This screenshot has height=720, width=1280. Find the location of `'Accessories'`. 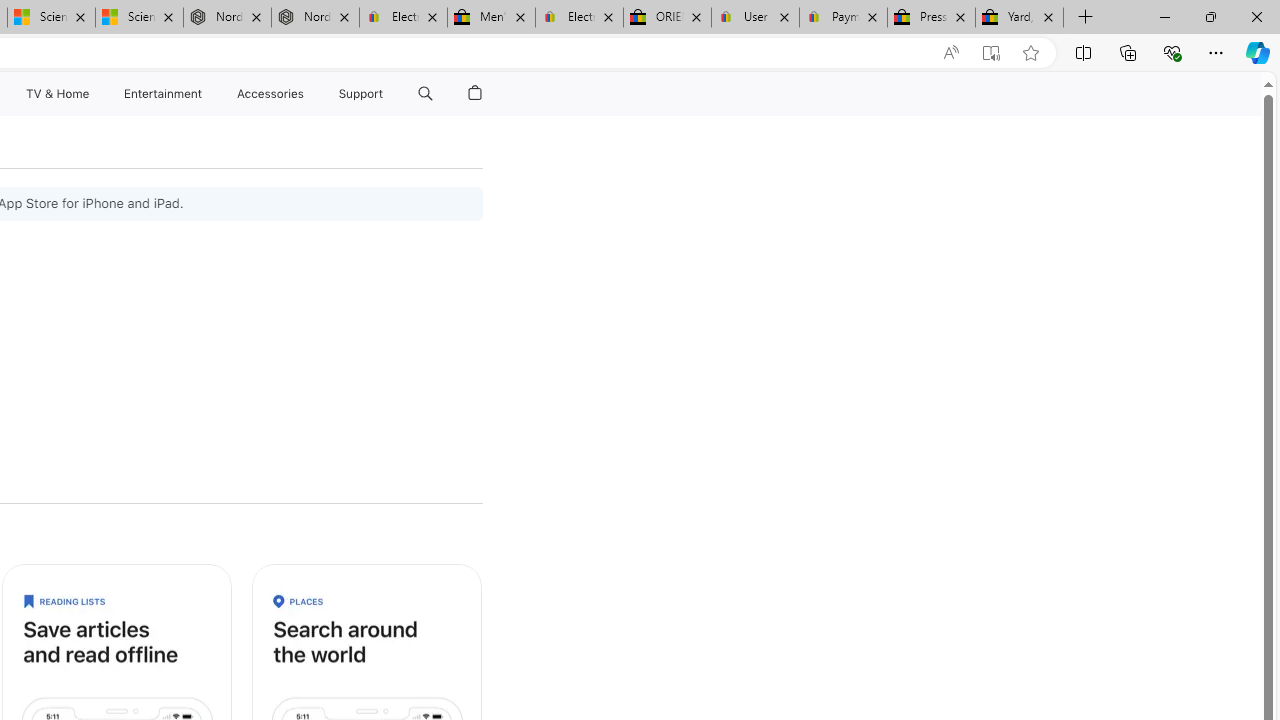

'Accessories' is located at coordinates (269, 93).